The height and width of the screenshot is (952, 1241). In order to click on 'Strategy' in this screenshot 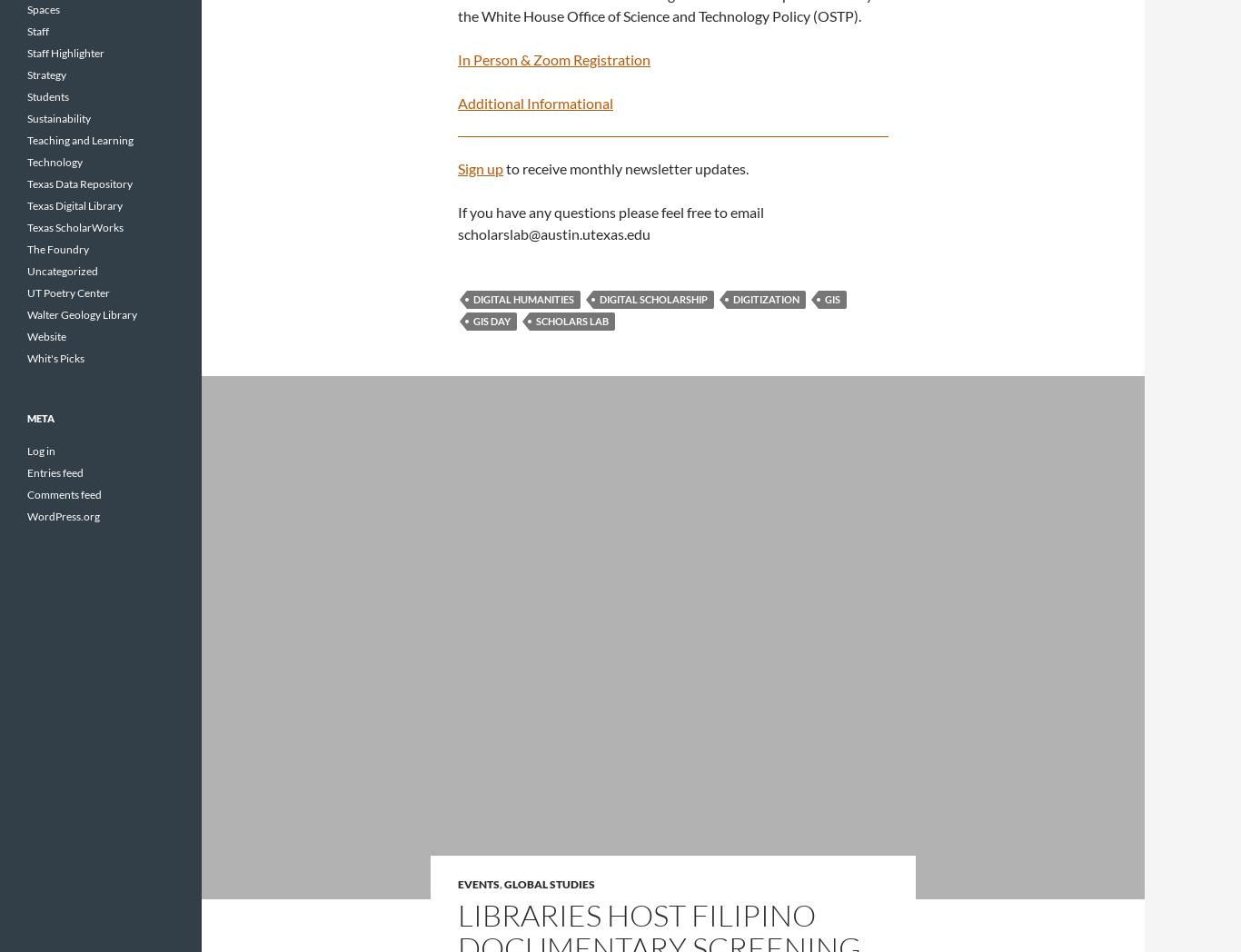, I will do `click(46, 74)`.